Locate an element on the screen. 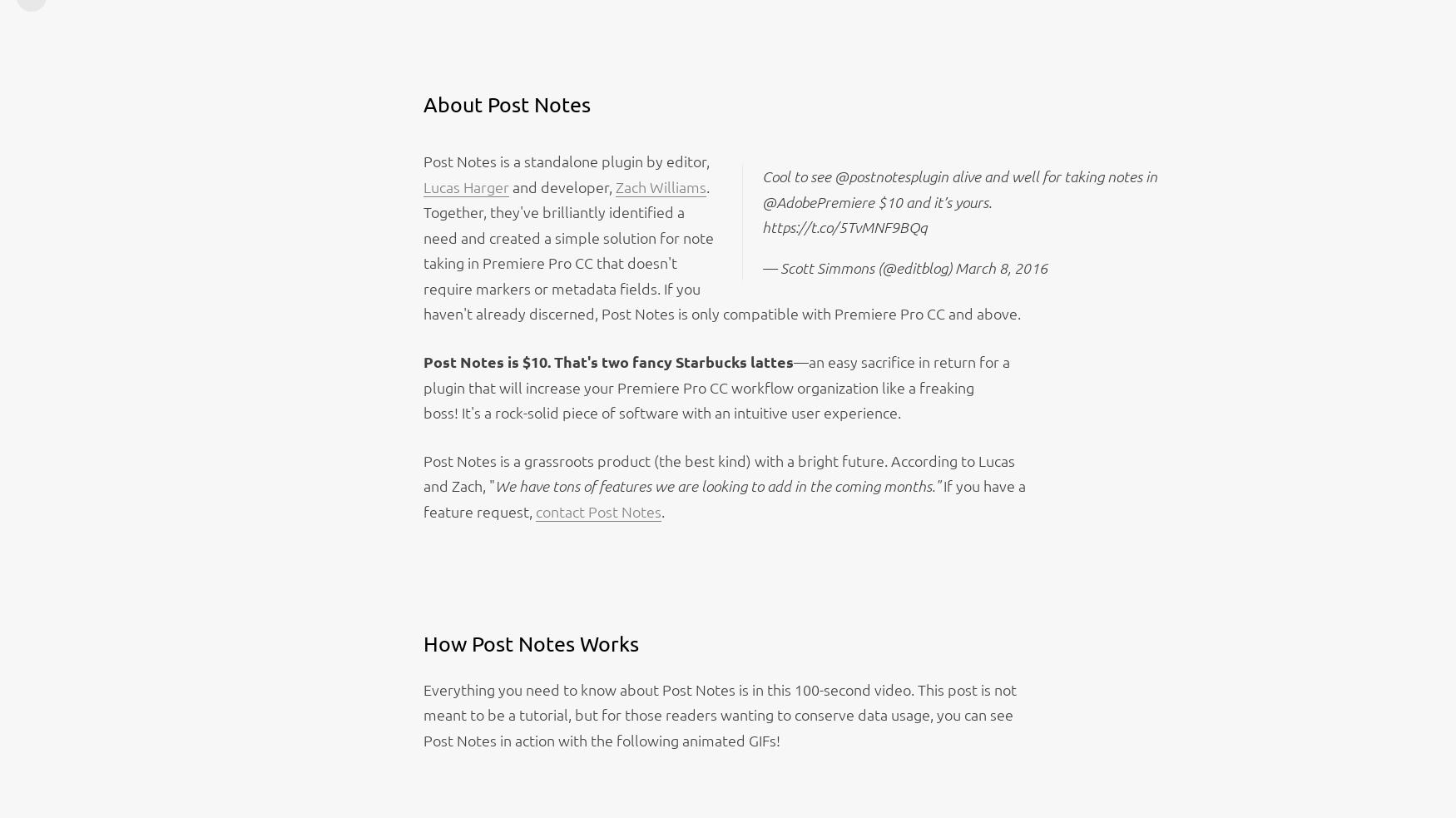  'Cool to see' is located at coordinates (760, 175).